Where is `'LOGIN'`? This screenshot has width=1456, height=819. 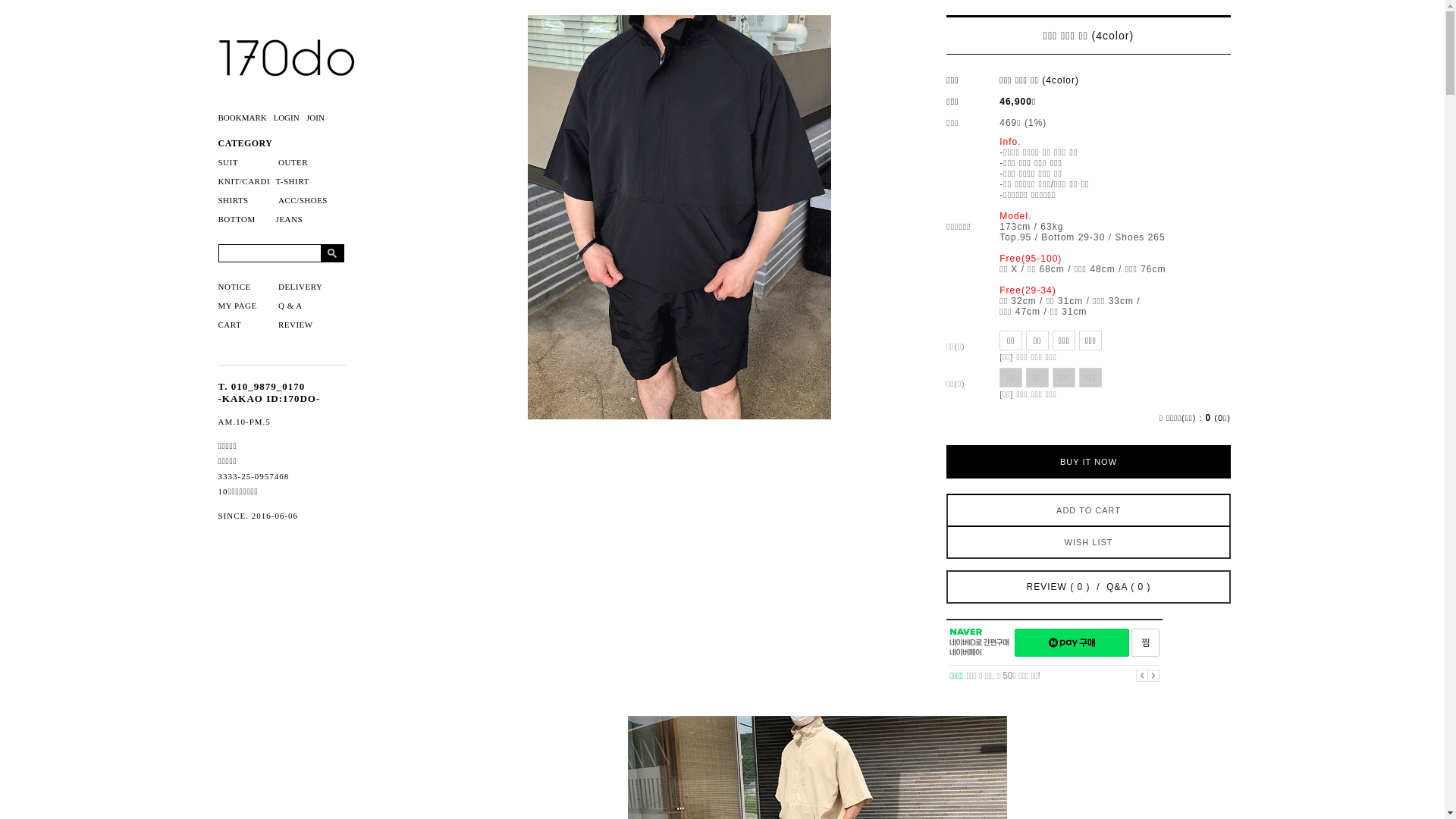 'LOGIN' is located at coordinates (287, 116).